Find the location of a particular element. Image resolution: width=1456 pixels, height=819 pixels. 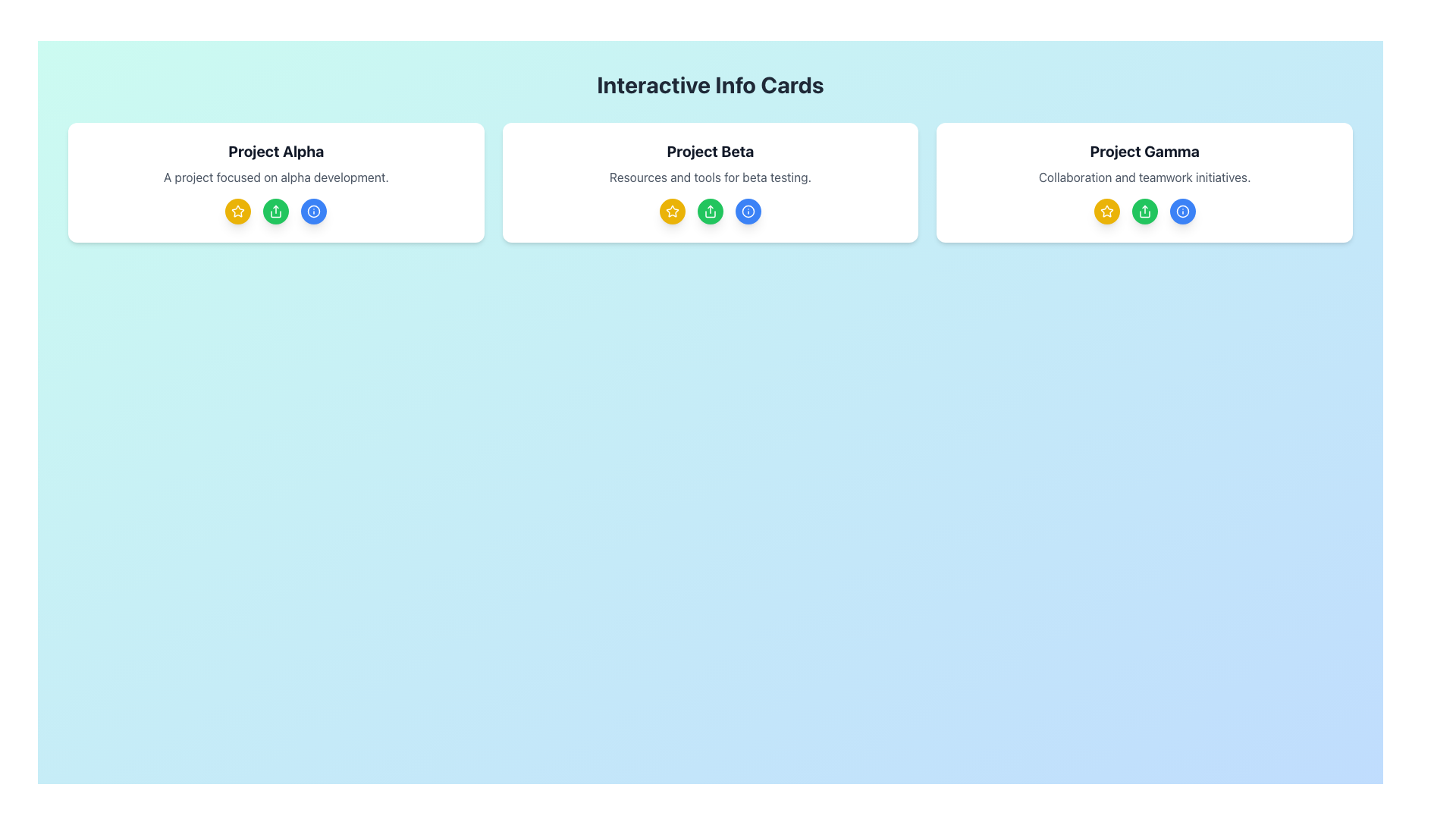

the SVG icon representing an info symbol located at the lower right side of the Project Beta card is located at coordinates (748, 211).